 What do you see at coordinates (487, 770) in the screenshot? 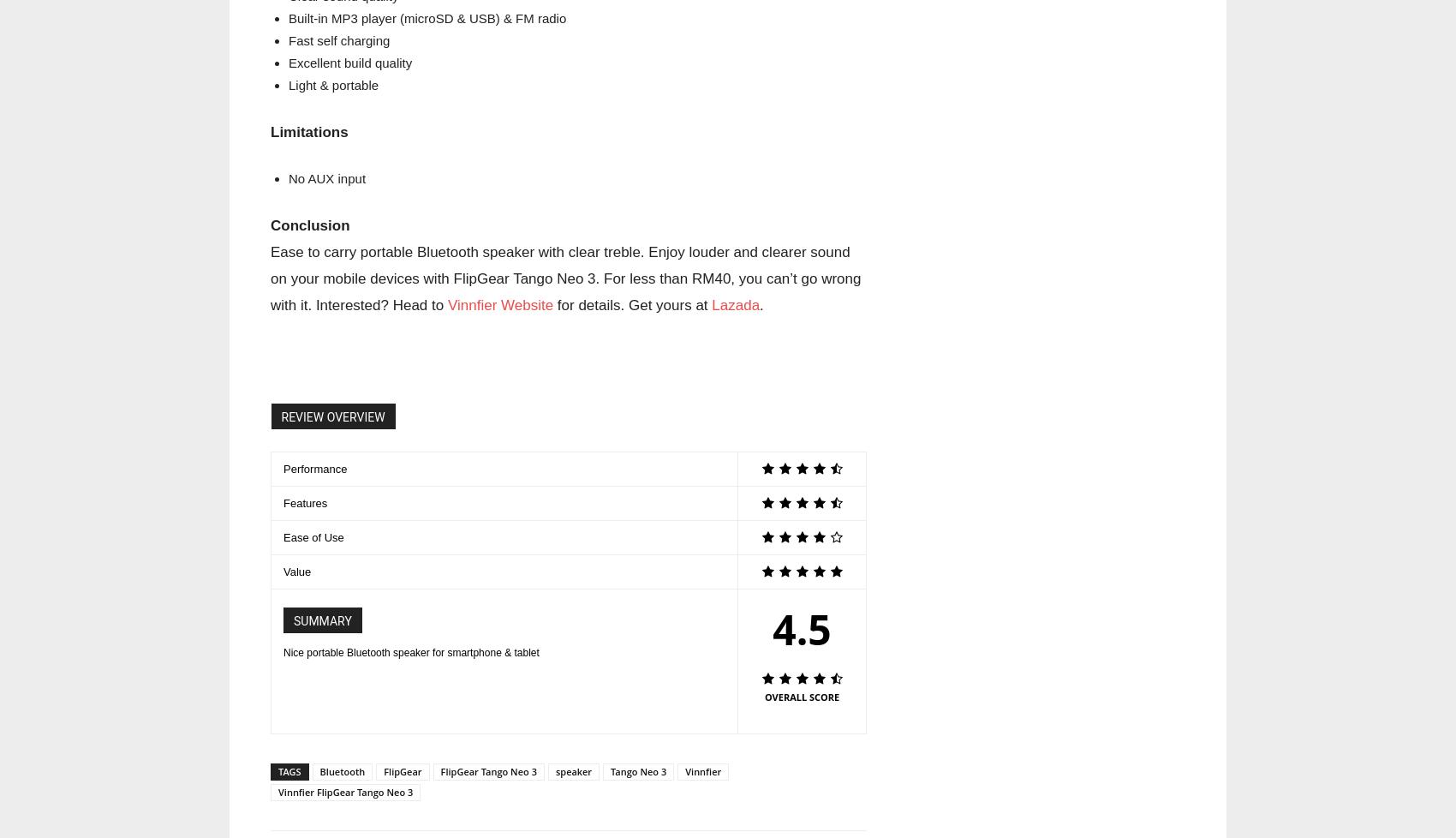
I see `'FlipGear Tango Neo 3'` at bounding box center [487, 770].